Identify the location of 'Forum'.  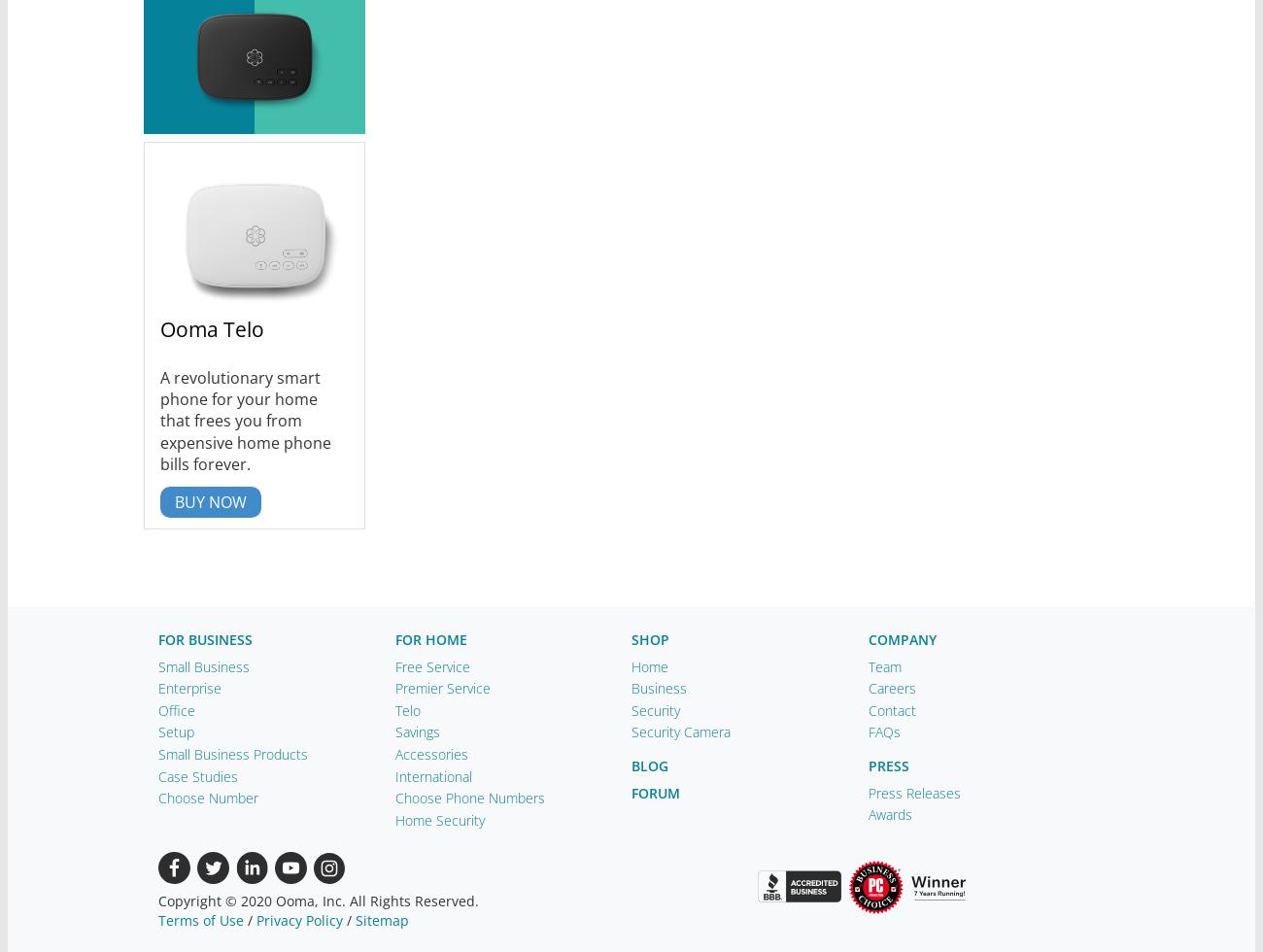
(654, 792).